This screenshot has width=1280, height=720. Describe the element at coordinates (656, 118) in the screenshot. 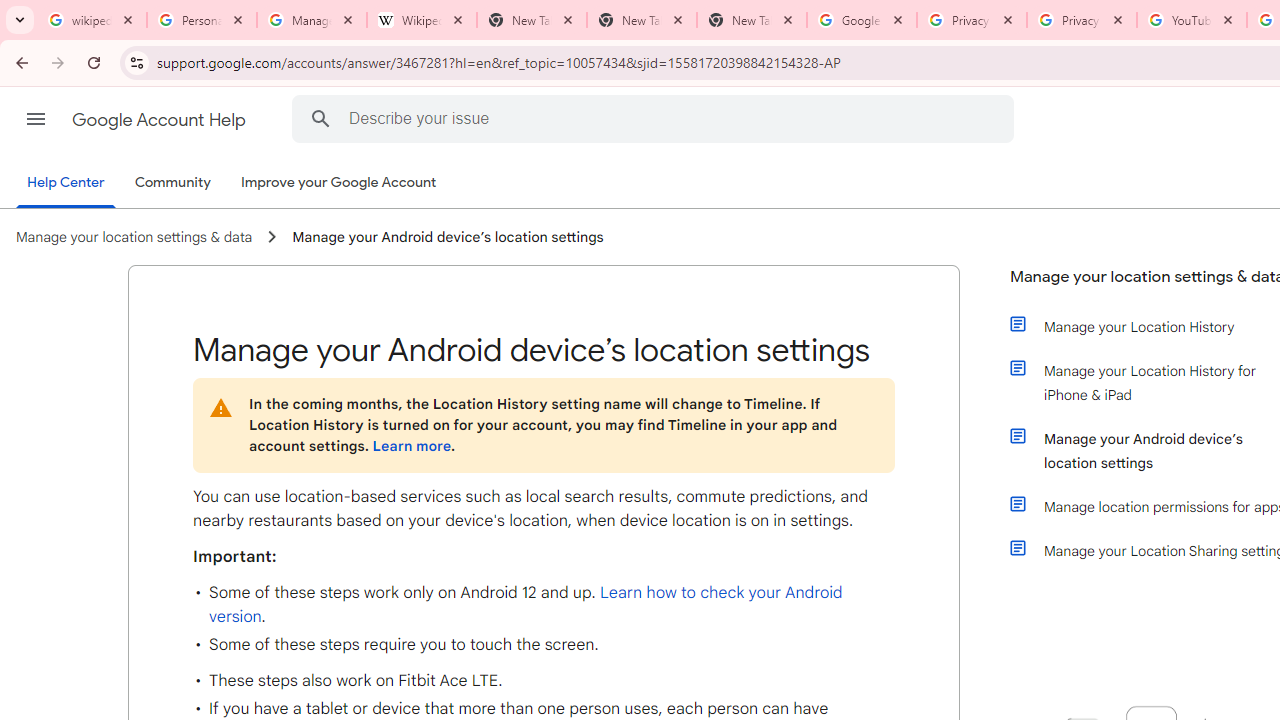

I see `'Describe your issue'` at that location.